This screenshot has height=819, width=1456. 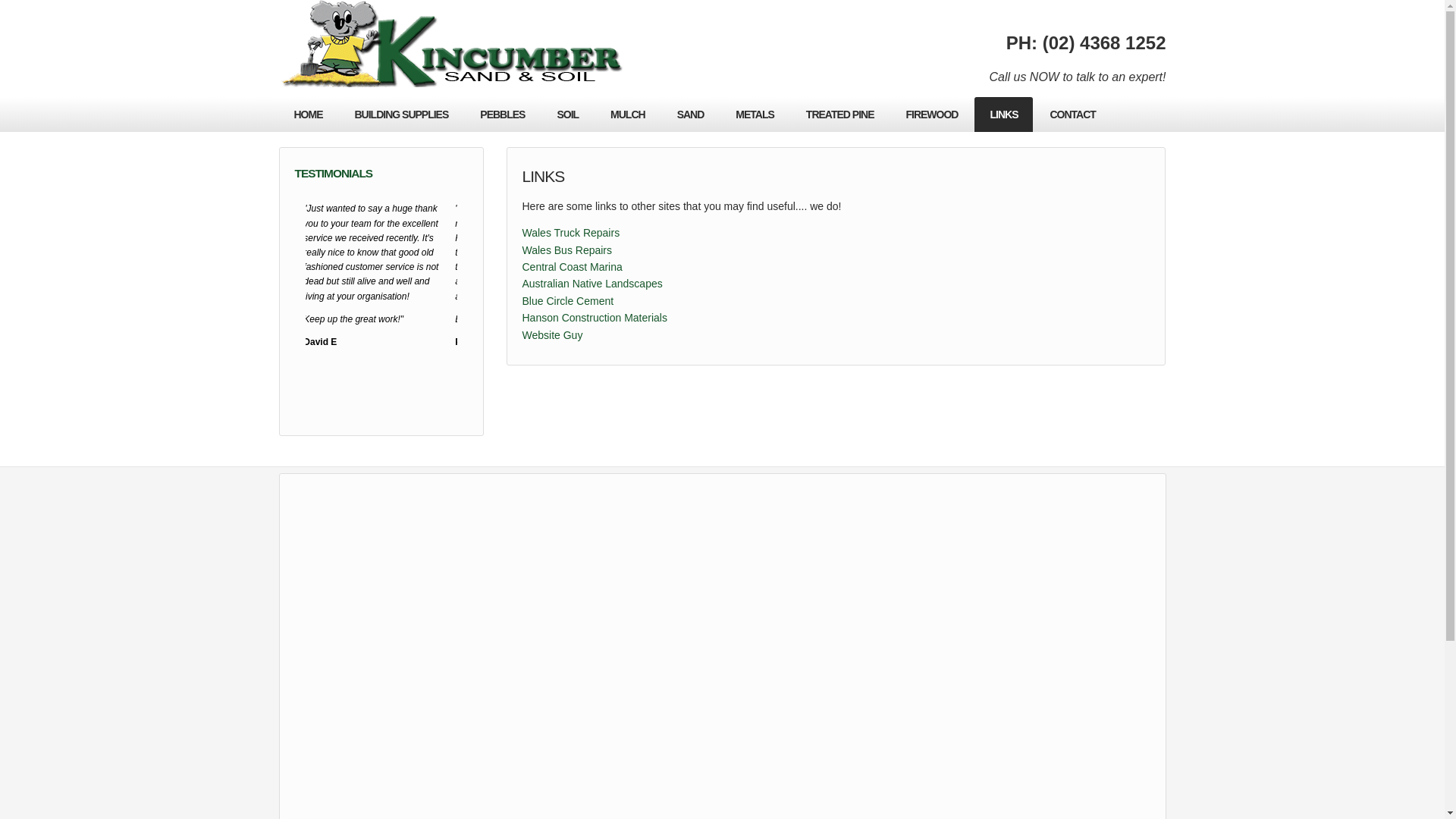 I want to click on 'Blue Circle Cement', so click(x=521, y=301).